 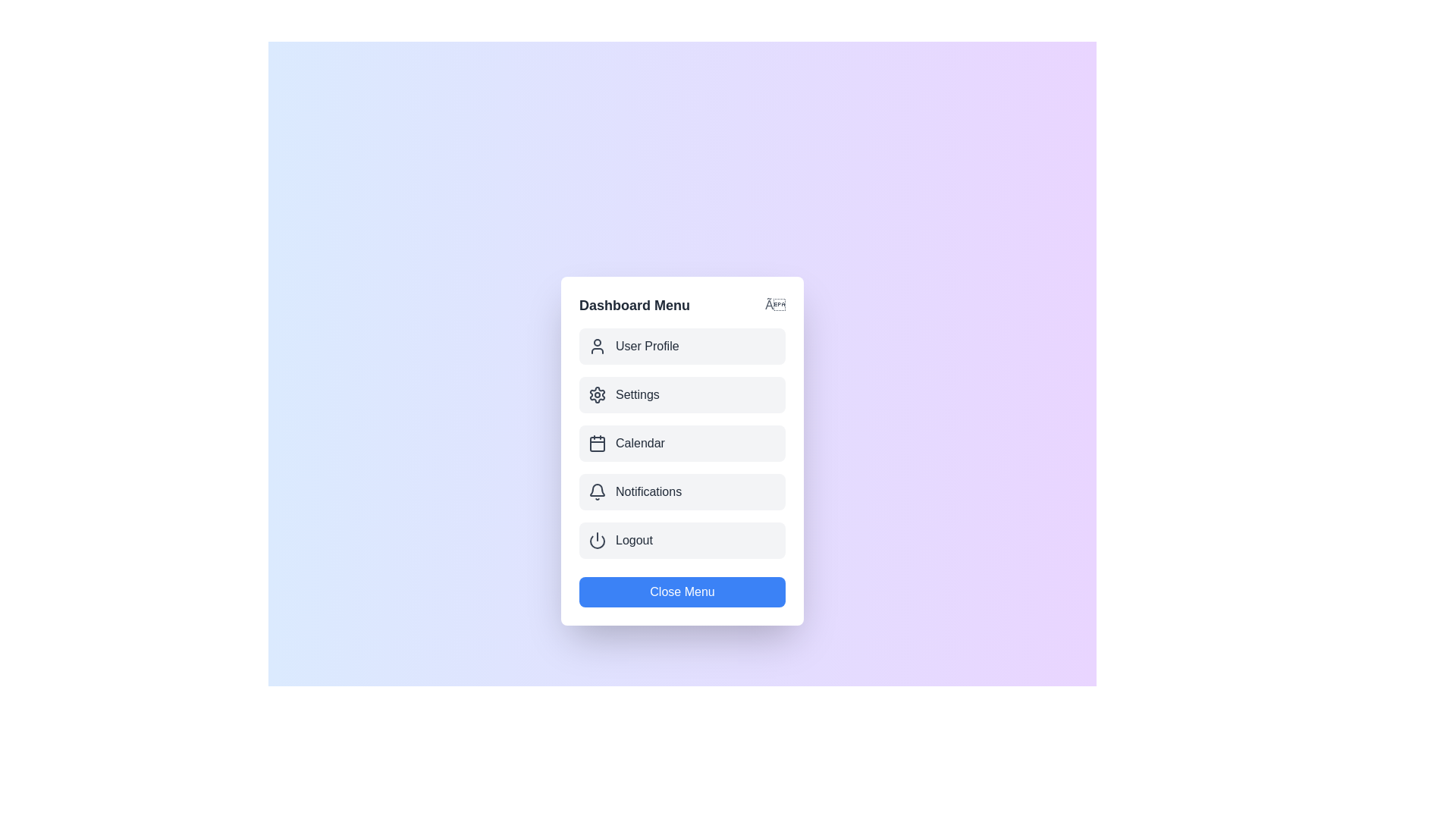 What do you see at coordinates (682, 591) in the screenshot?
I see `'Close Menu' button to close the menu` at bounding box center [682, 591].